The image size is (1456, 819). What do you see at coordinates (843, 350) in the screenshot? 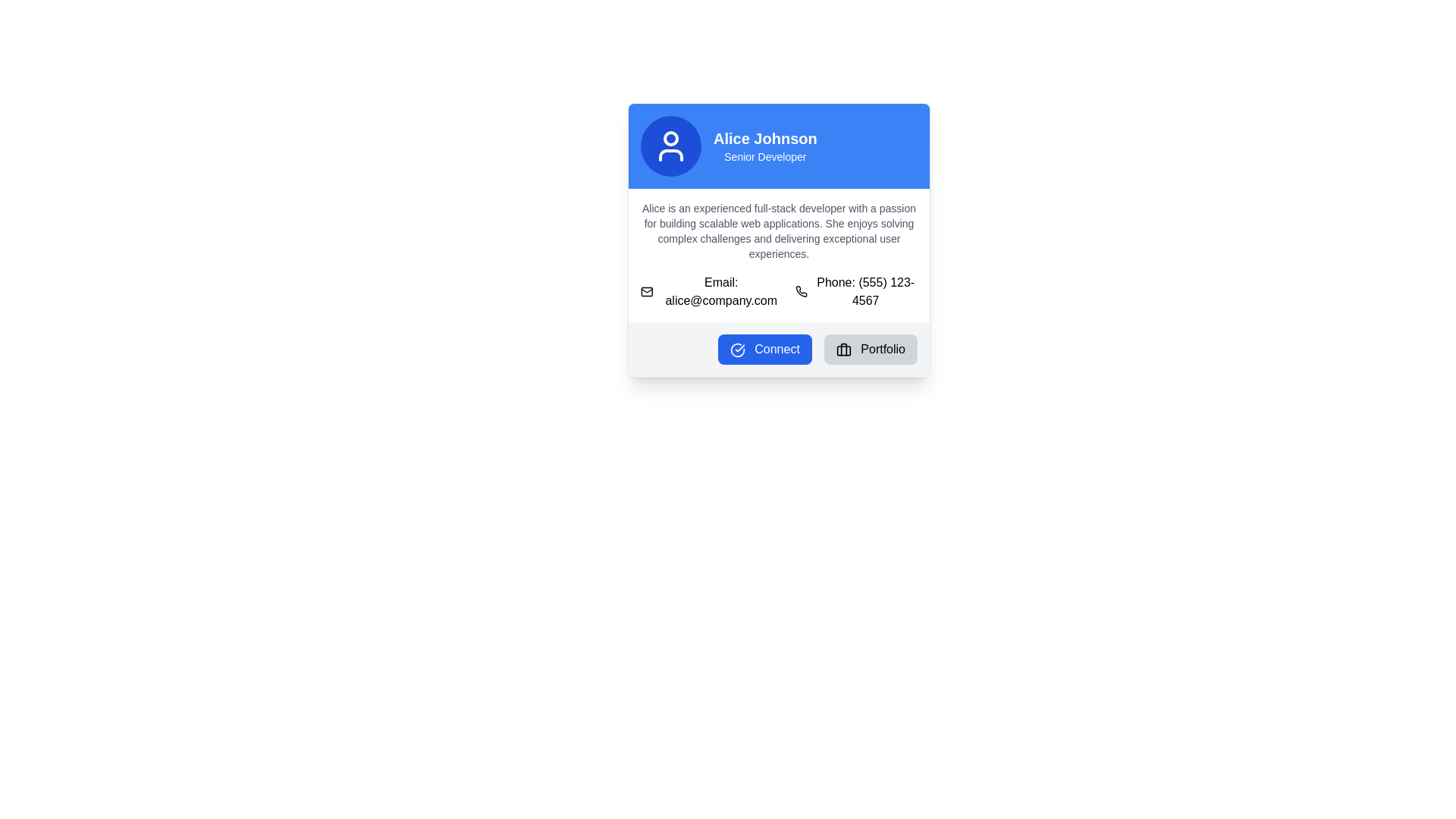
I see `the portfolio icon located adjacent to the text 'Portfolio' within the button in the bottom-right section of the user profile card` at bounding box center [843, 350].